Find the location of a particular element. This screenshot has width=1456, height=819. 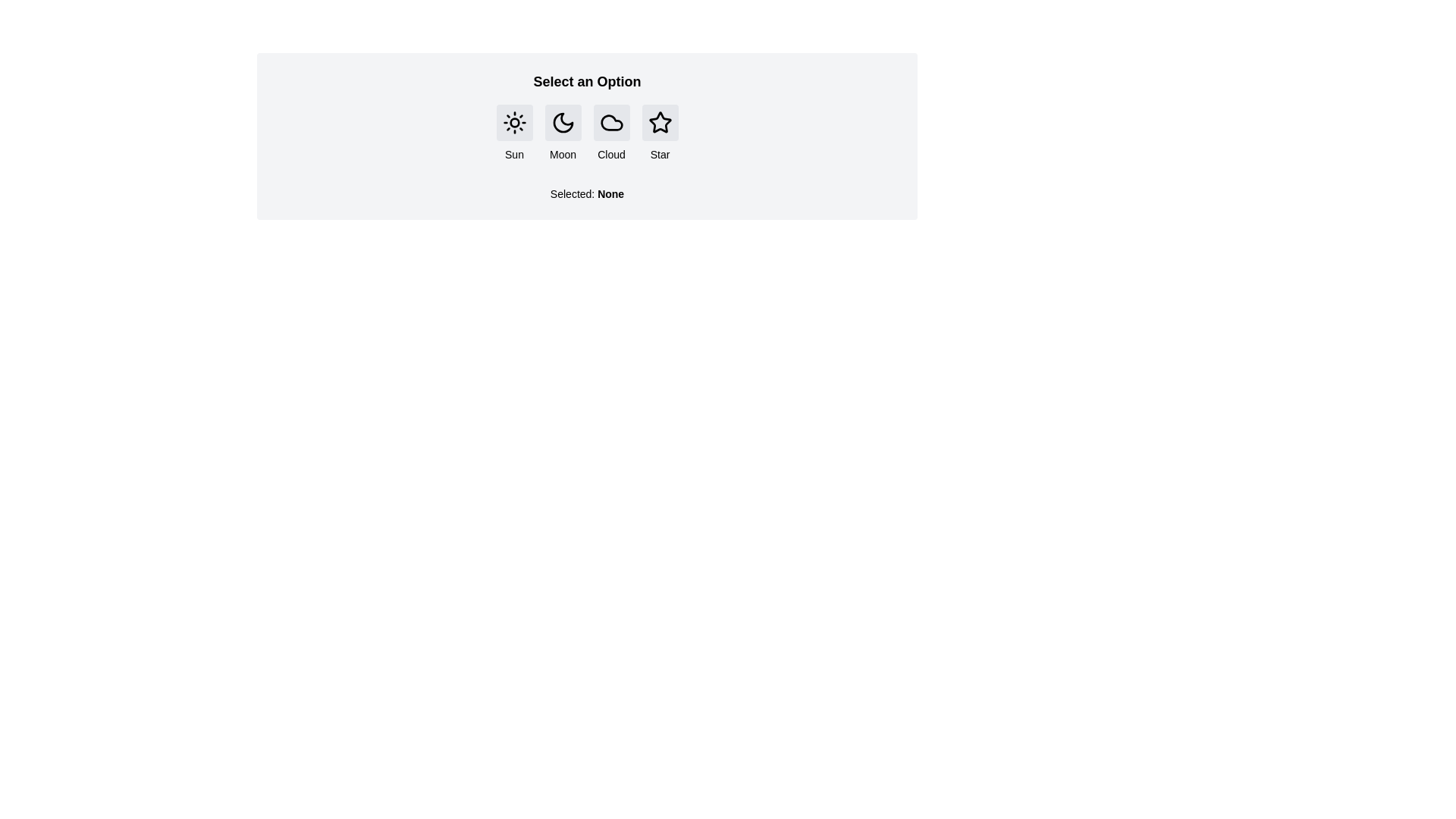

the star icon located at the far right of the horizontal row of icons is located at coordinates (660, 122).